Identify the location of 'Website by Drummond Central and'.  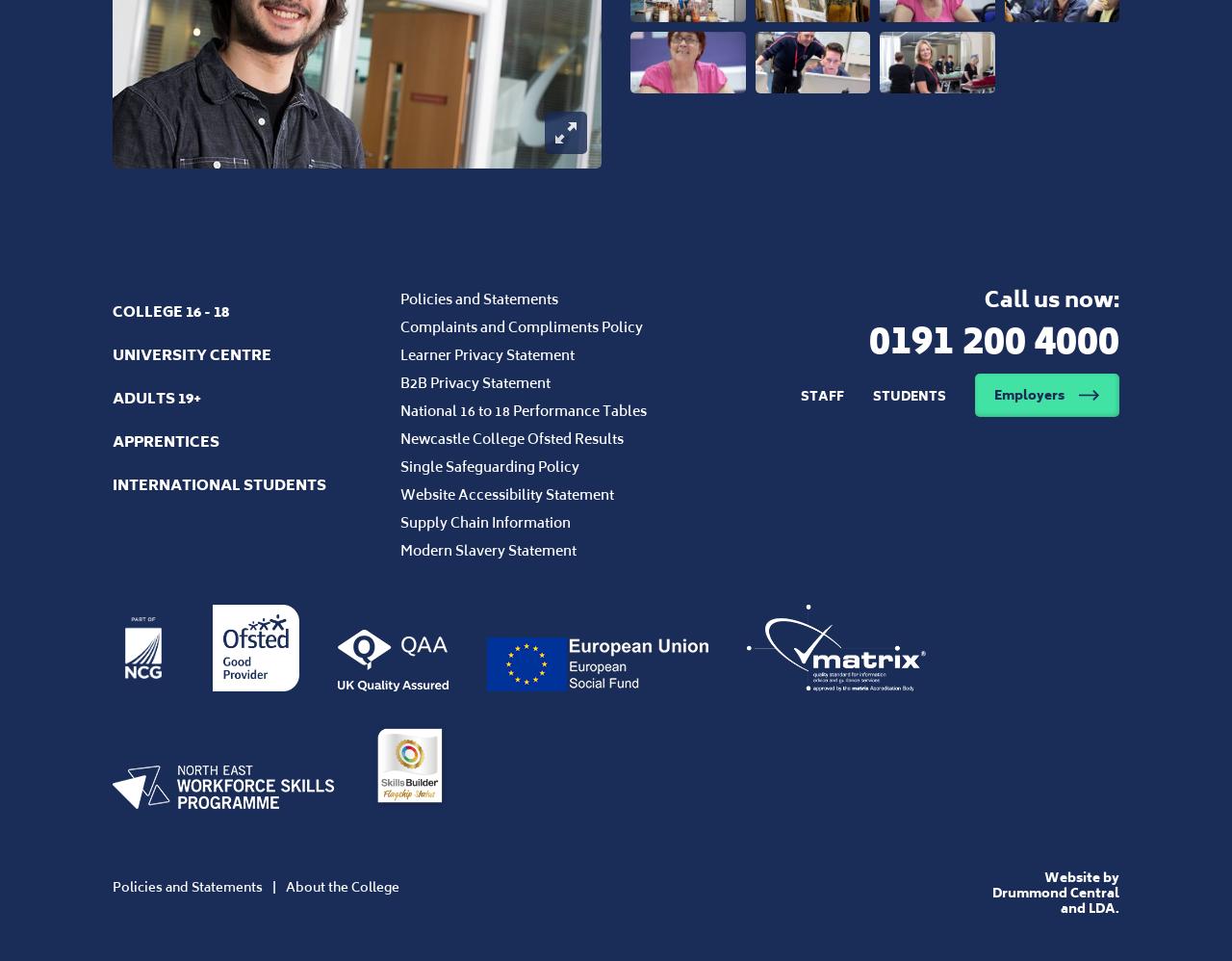
(1053, 892).